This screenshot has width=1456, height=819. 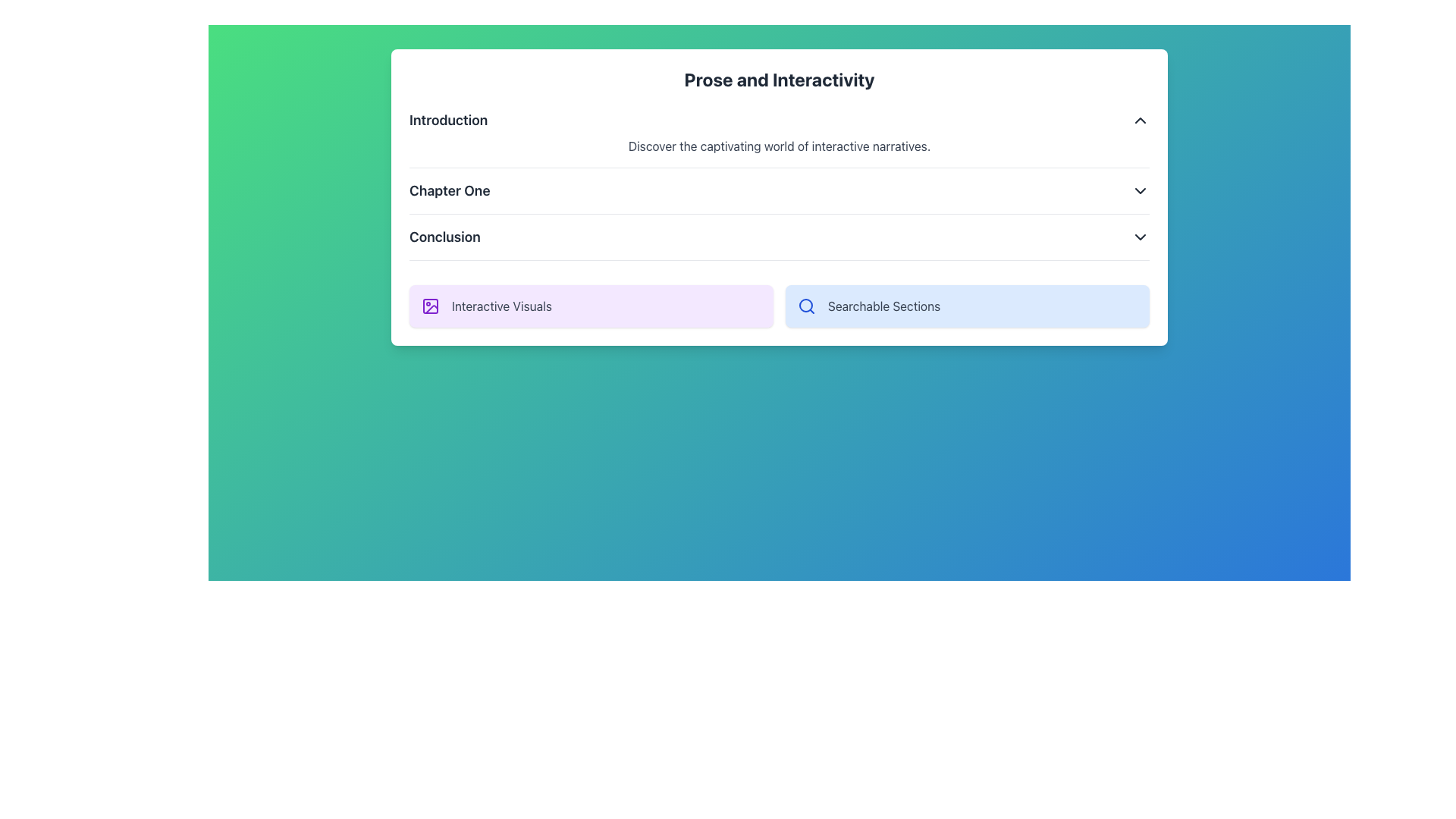 I want to click on the downward-pointing chevron icon in the 'Chapter One' header to receive visual feedback, so click(x=1140, y=190).